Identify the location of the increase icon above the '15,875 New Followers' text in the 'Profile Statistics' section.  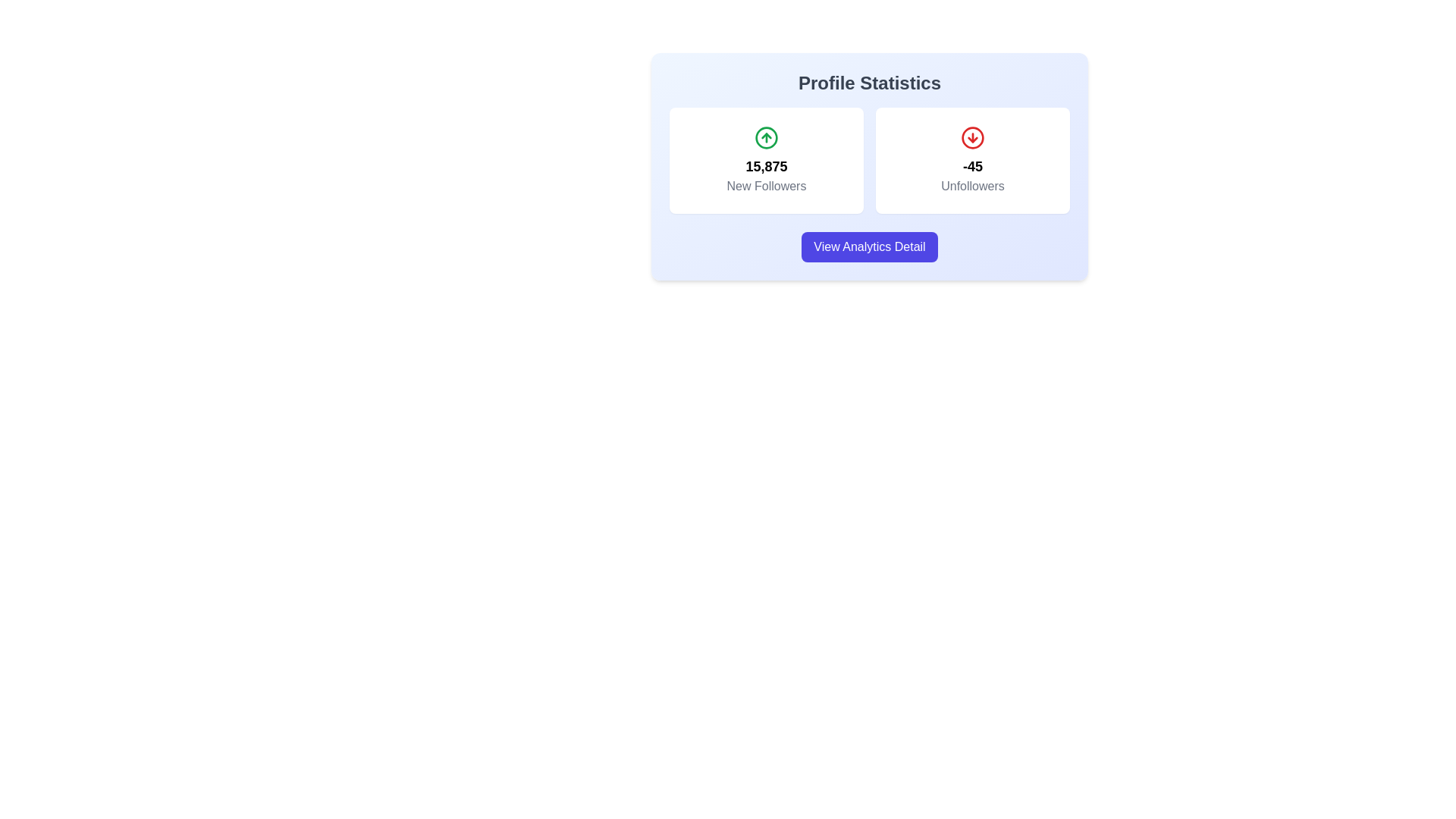
(767, 137).